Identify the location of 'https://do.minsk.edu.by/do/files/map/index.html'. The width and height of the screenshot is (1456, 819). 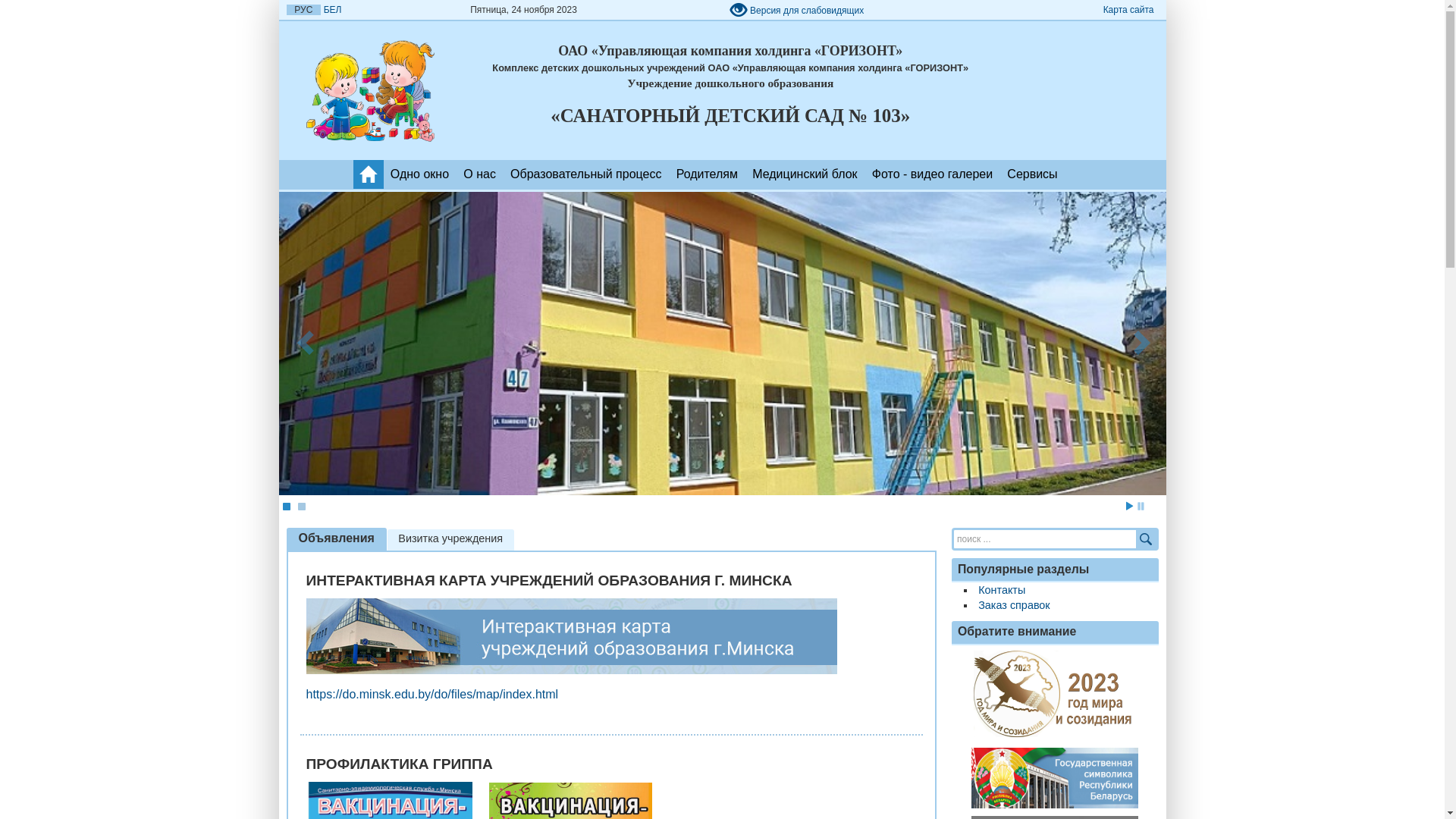
(431, 694).